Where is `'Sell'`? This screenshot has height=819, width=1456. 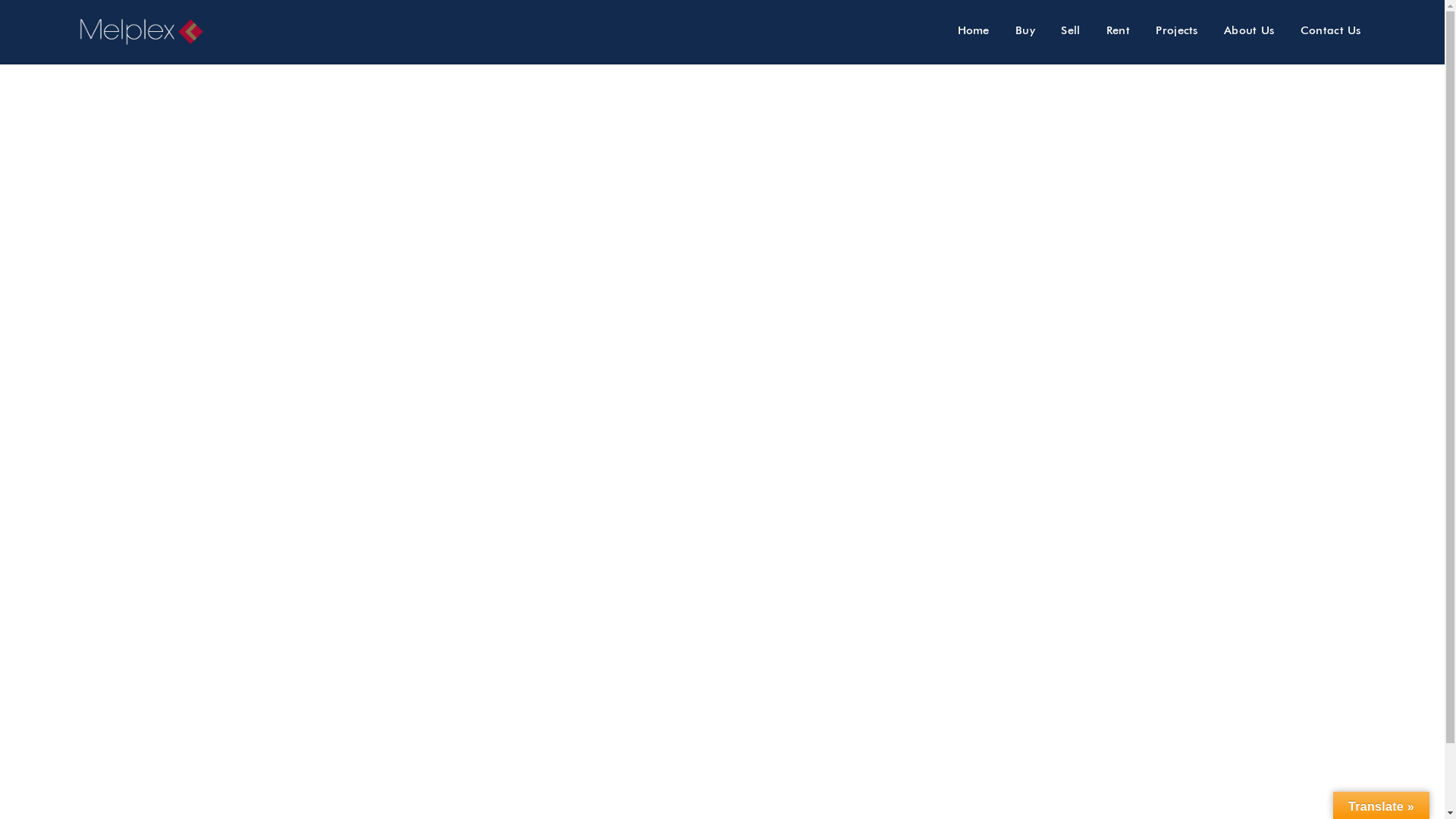 'Sell' is located at coordinates (1048, 30).